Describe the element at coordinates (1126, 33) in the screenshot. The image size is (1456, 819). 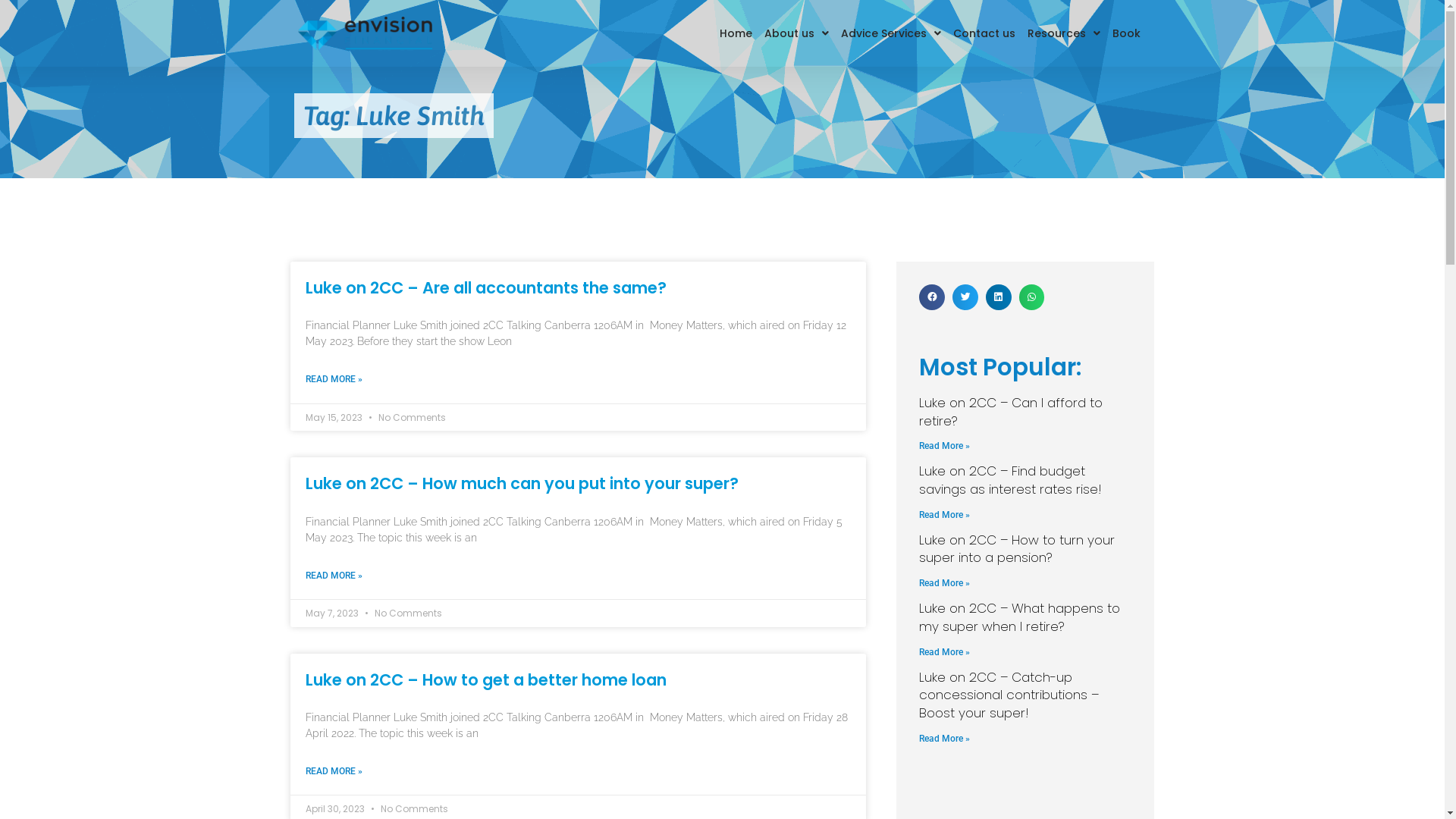
I see `'Book'` at that location.